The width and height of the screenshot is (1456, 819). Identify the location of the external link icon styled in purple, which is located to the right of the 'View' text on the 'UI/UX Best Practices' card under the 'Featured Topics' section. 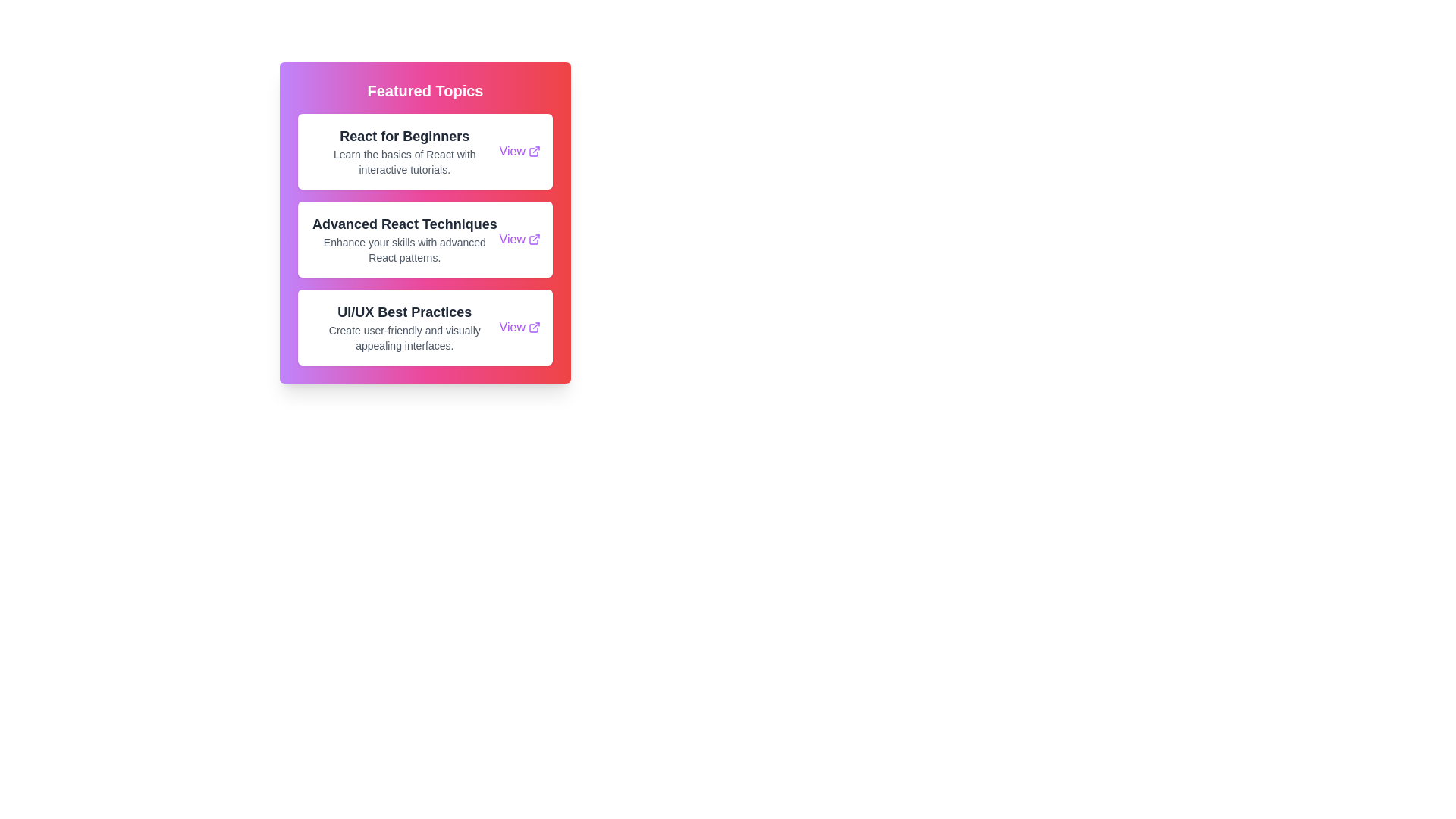
(535, 327).